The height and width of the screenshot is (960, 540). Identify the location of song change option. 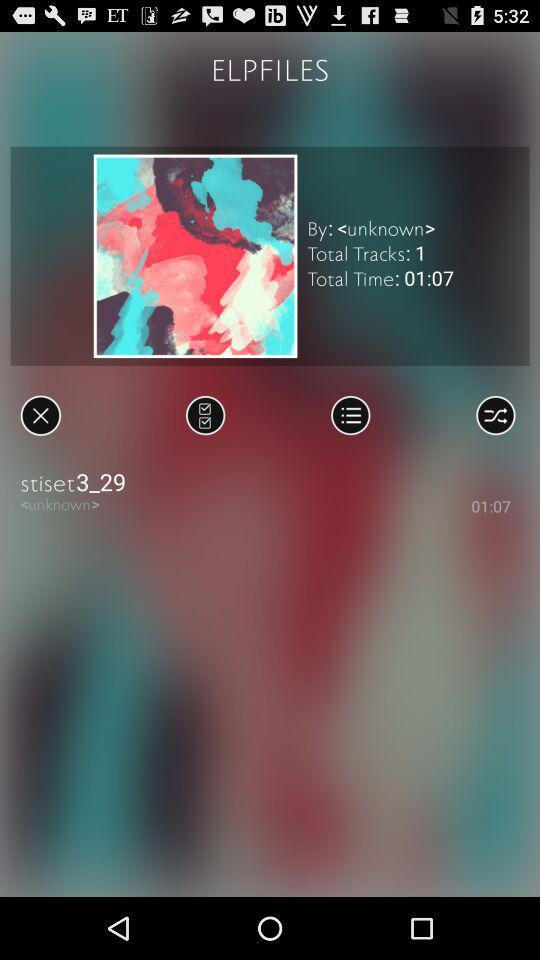
(204, 414).